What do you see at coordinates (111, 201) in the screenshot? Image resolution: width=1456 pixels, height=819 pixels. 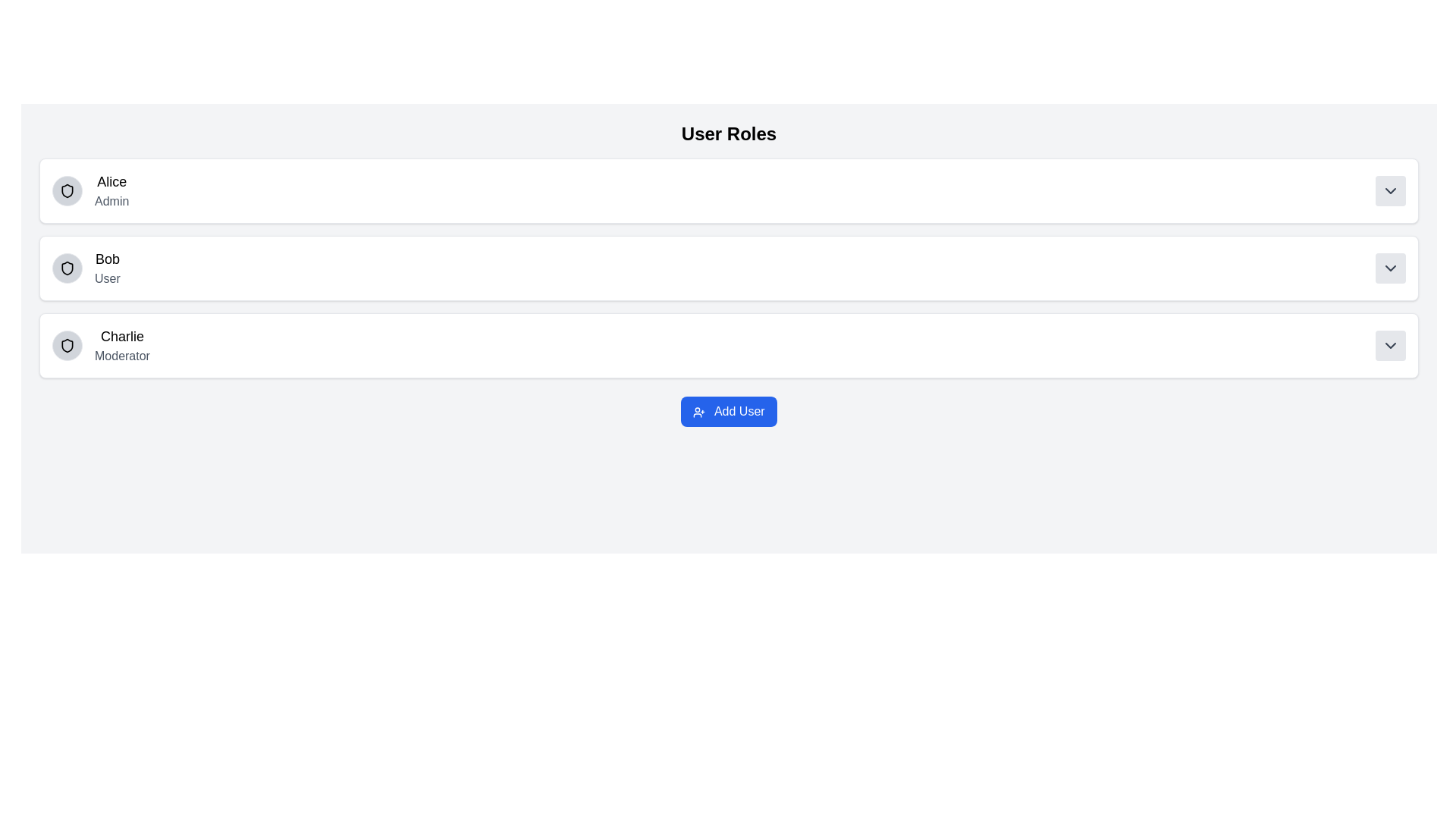 I see `the text label displaying 'Admin' in gray color, located directly below 'Alice' in the user details section` at bounding box center [111, 201].